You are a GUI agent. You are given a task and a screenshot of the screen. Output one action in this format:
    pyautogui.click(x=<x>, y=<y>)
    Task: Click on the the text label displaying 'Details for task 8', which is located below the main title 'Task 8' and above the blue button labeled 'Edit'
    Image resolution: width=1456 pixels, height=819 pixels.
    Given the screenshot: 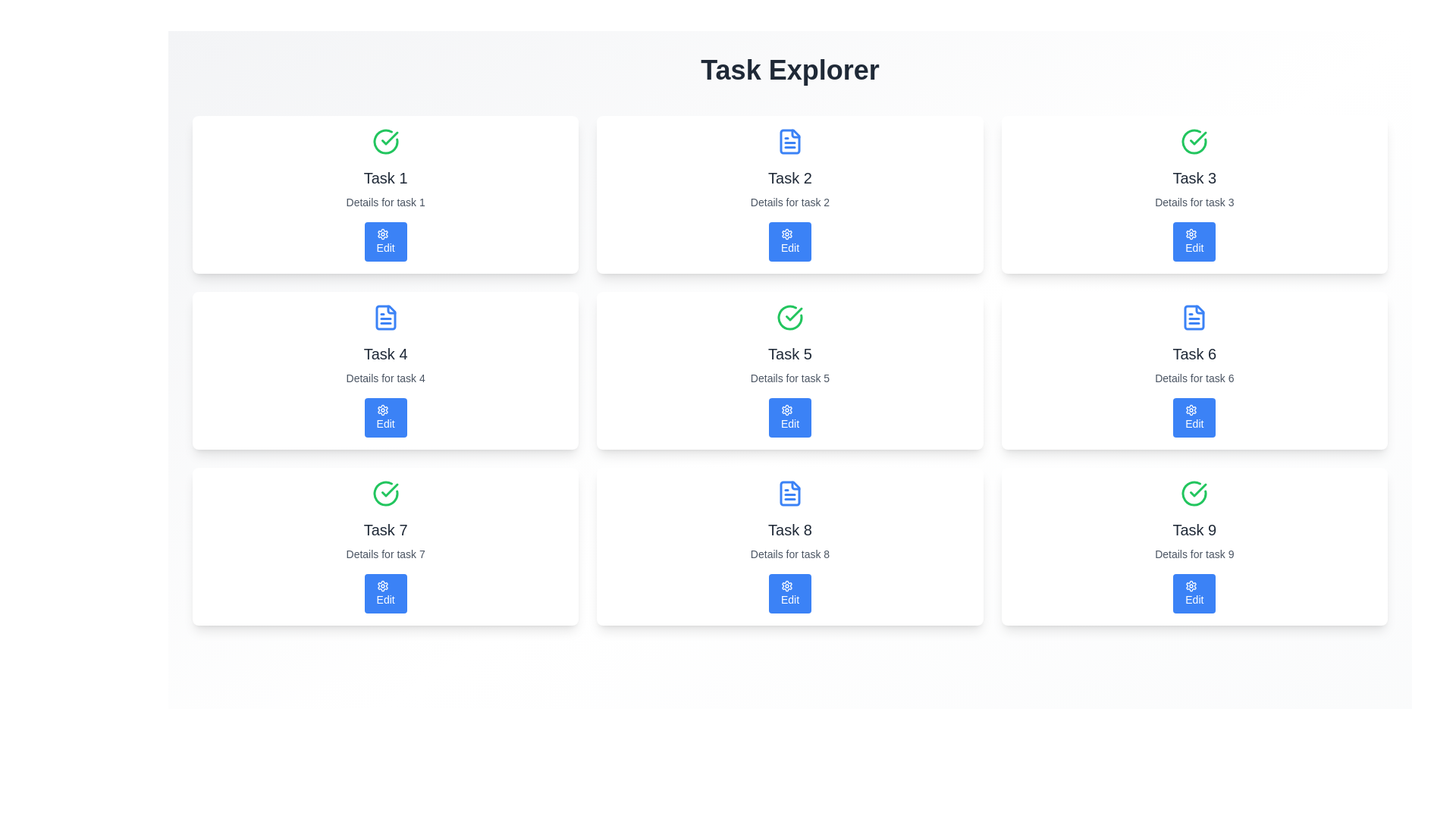 What is the action you would take?
    pyautogui.click(x=789, y=554)
    